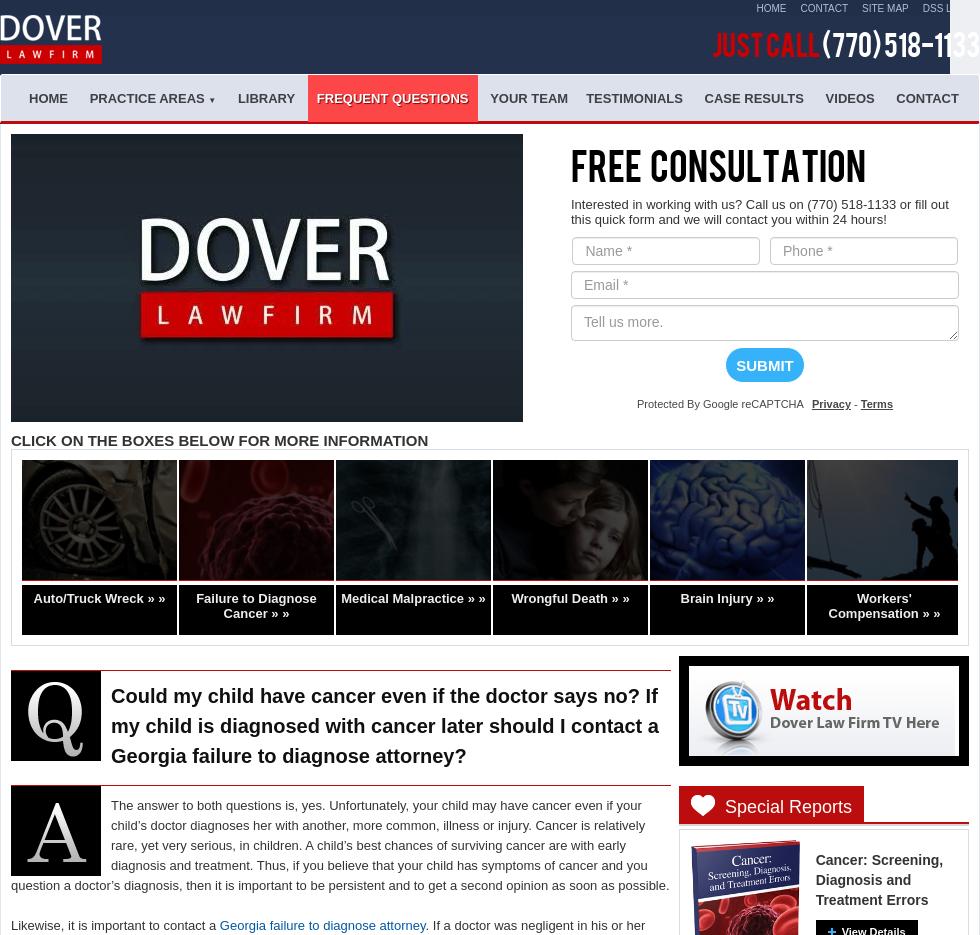 Image resolution: width=980 pixels, height=935 pixels. Describe the element at coordinates (926, 97) in the screenshot. I see `'Contact'` at that location.